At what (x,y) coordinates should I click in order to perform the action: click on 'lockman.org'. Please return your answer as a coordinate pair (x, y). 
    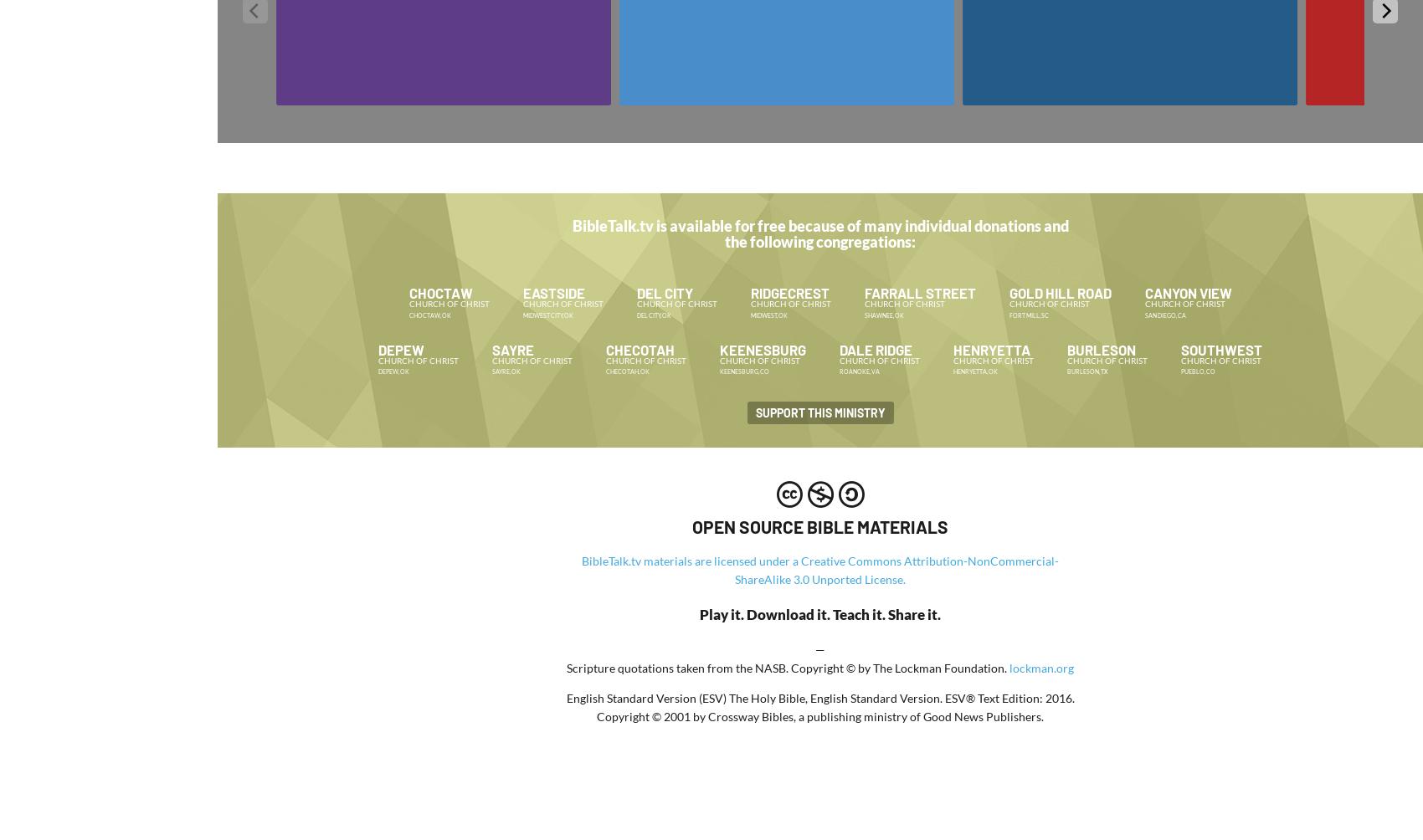
    Looking at the image, I should click on (1040, 668).